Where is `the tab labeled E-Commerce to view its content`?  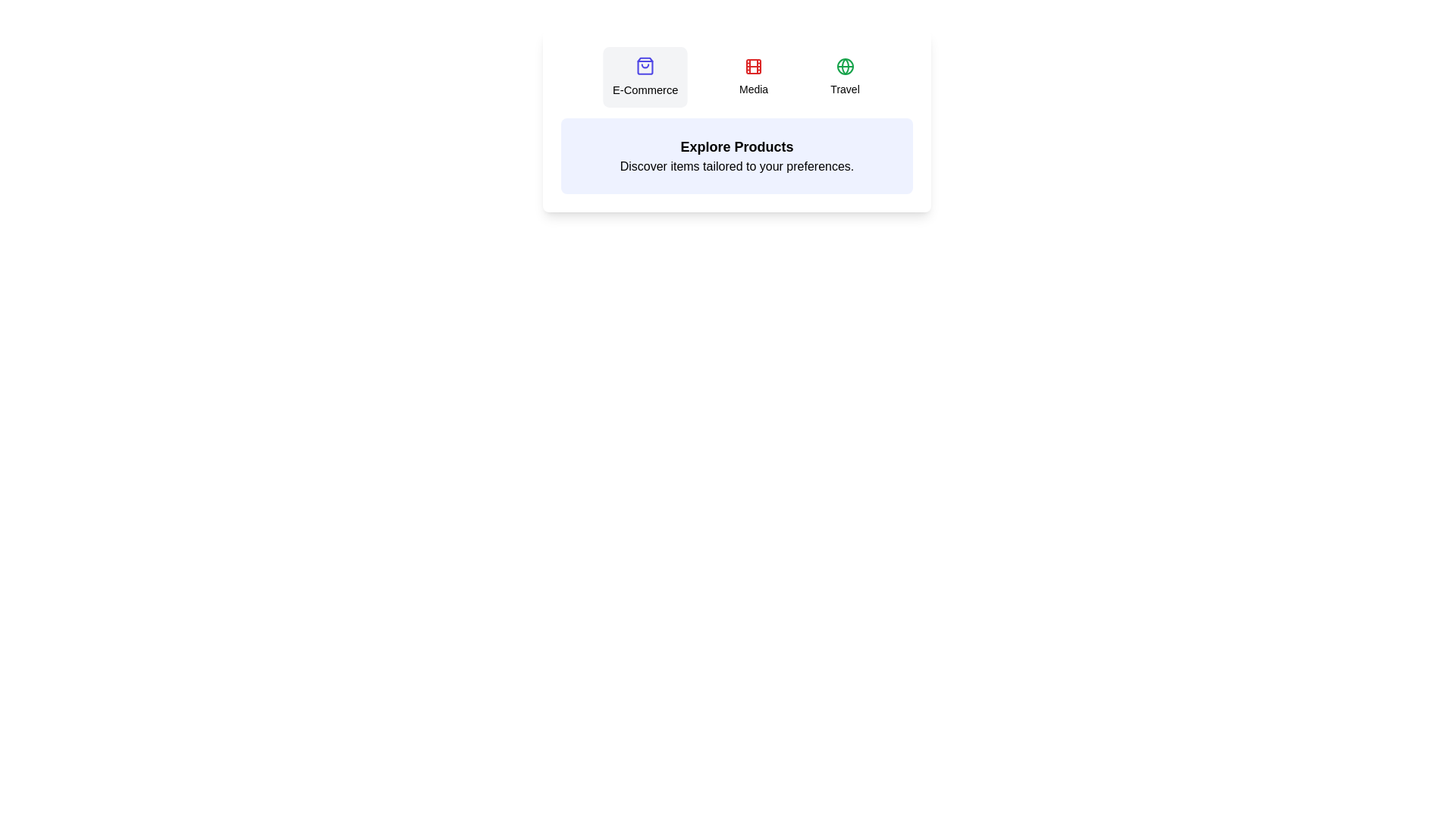 the tab labeled E-Commerce to view its content is located at coordinates (645, 77).